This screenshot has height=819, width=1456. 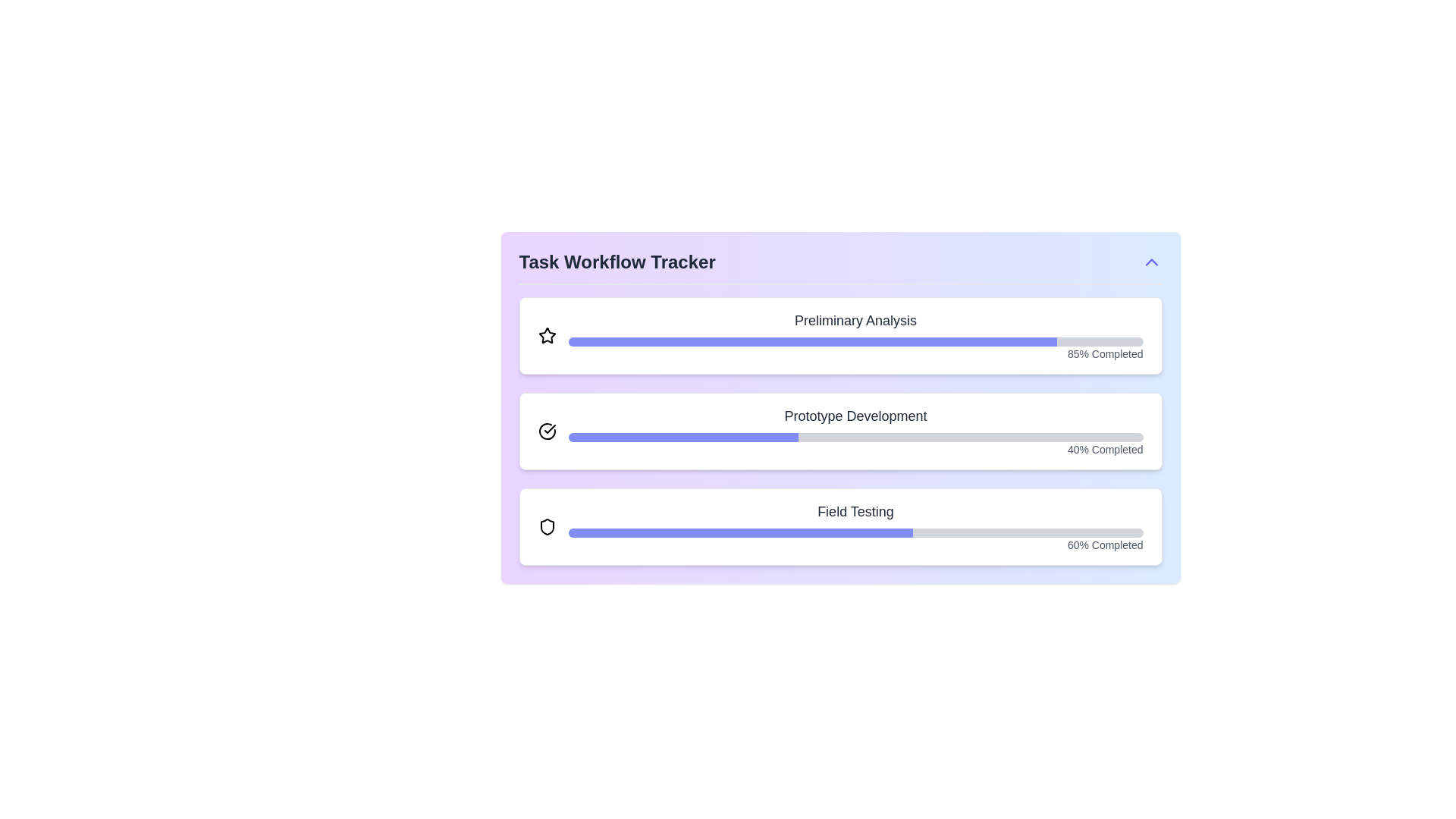 I want to click on the Progress tracker module for the 'Field Testing' stage, which visually shows the completion percentage and allows the user to understand progress at a glance, so click(x=839, y=526).